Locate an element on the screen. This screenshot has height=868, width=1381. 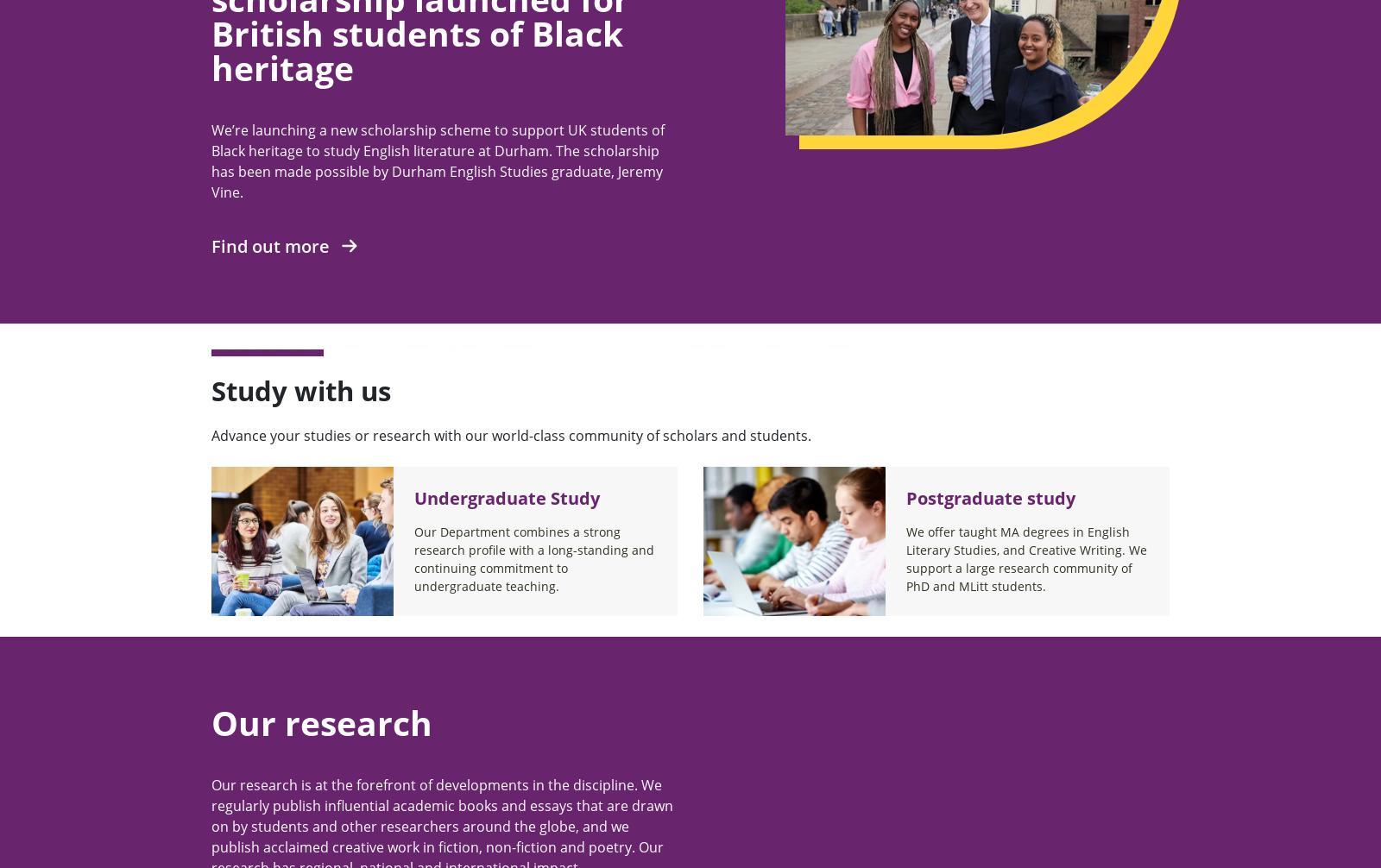
'Durham' is located at coordinates (236, 213).